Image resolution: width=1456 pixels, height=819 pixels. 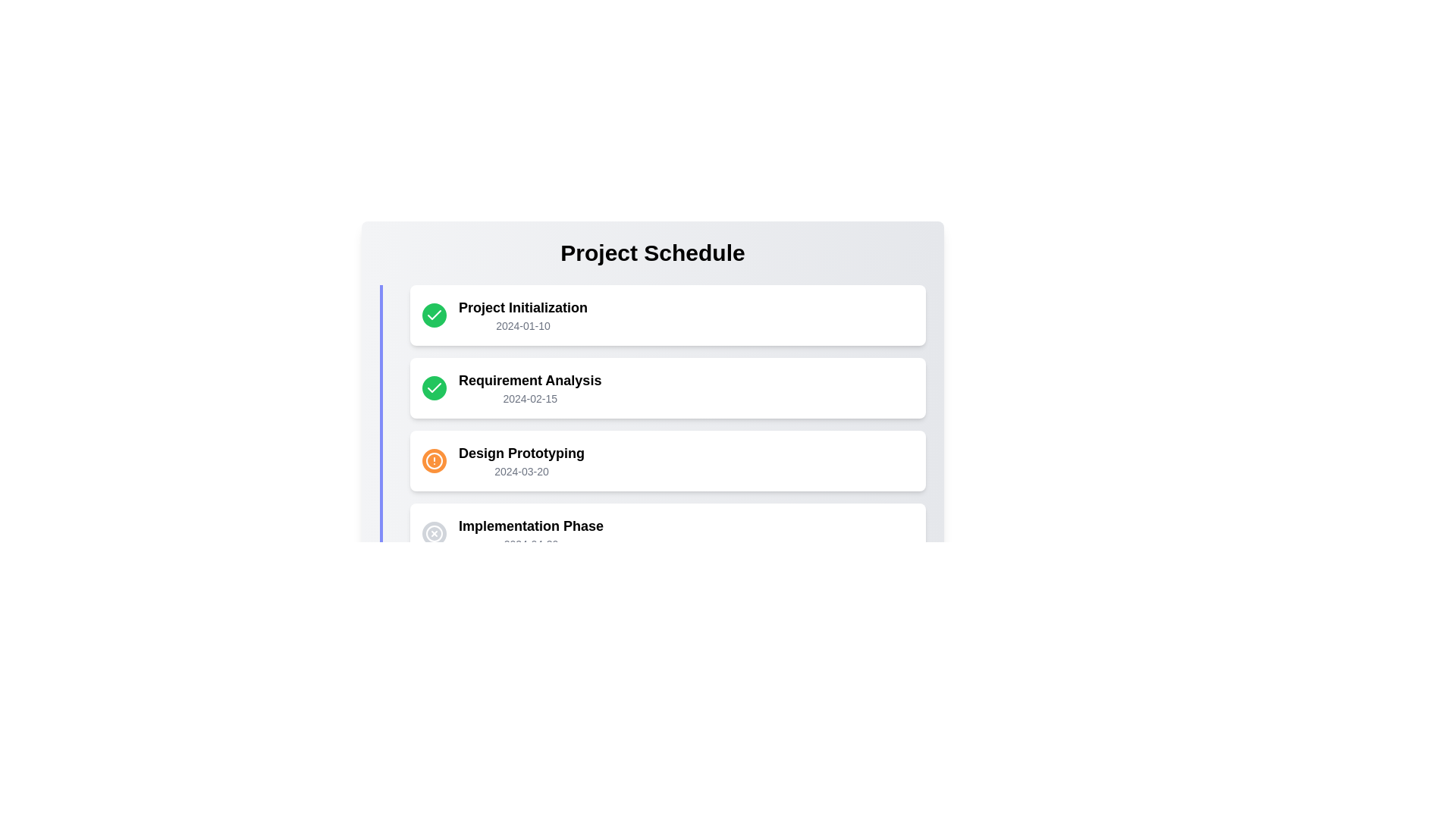 What do you see at coordinates (523, 325) in the screenshot?
I see `the static text element that displays the date associated with the 'Project Initialization' phase, located directly below the 'Project Initialization' text in the leftmost phase box of the 'Project Schedule' interface` at bounding box center [523, 325].